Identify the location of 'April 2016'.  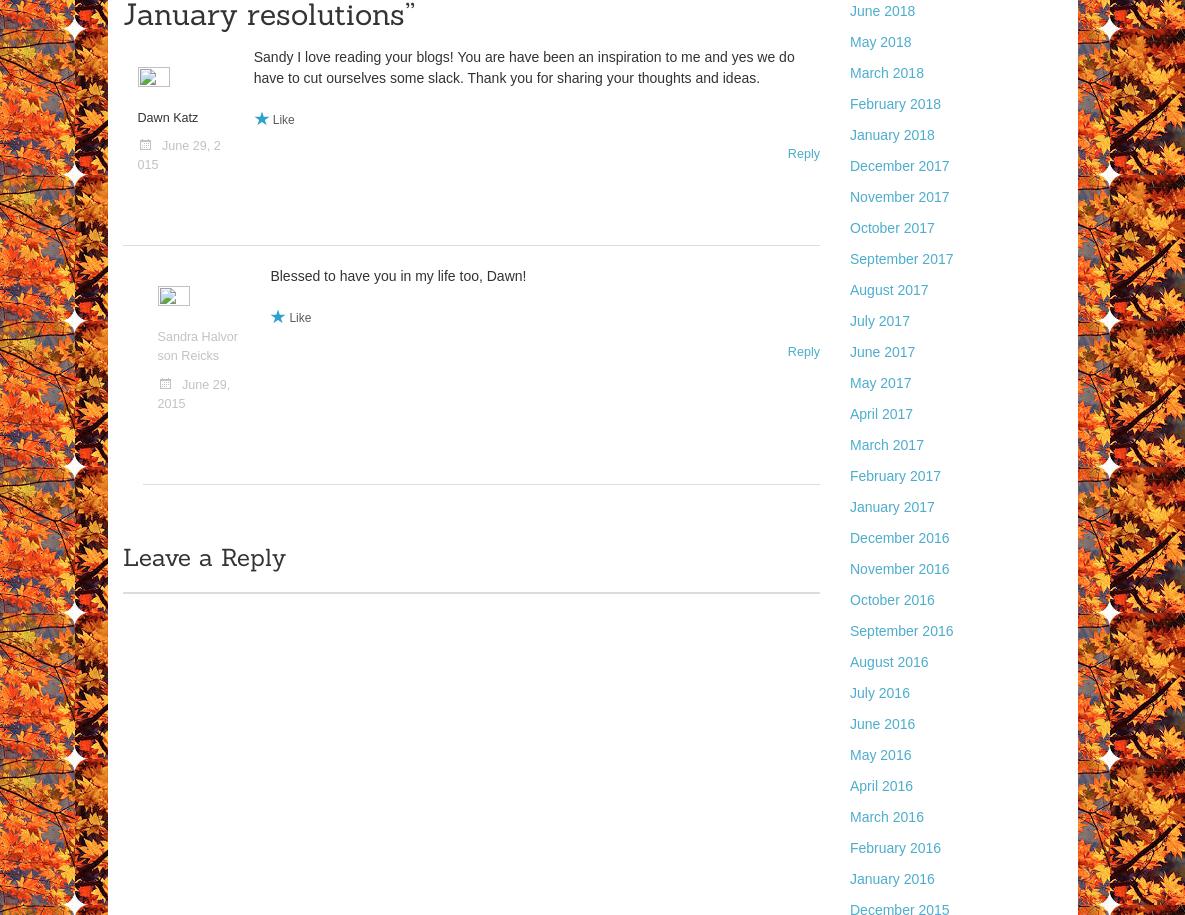
(881, 784).